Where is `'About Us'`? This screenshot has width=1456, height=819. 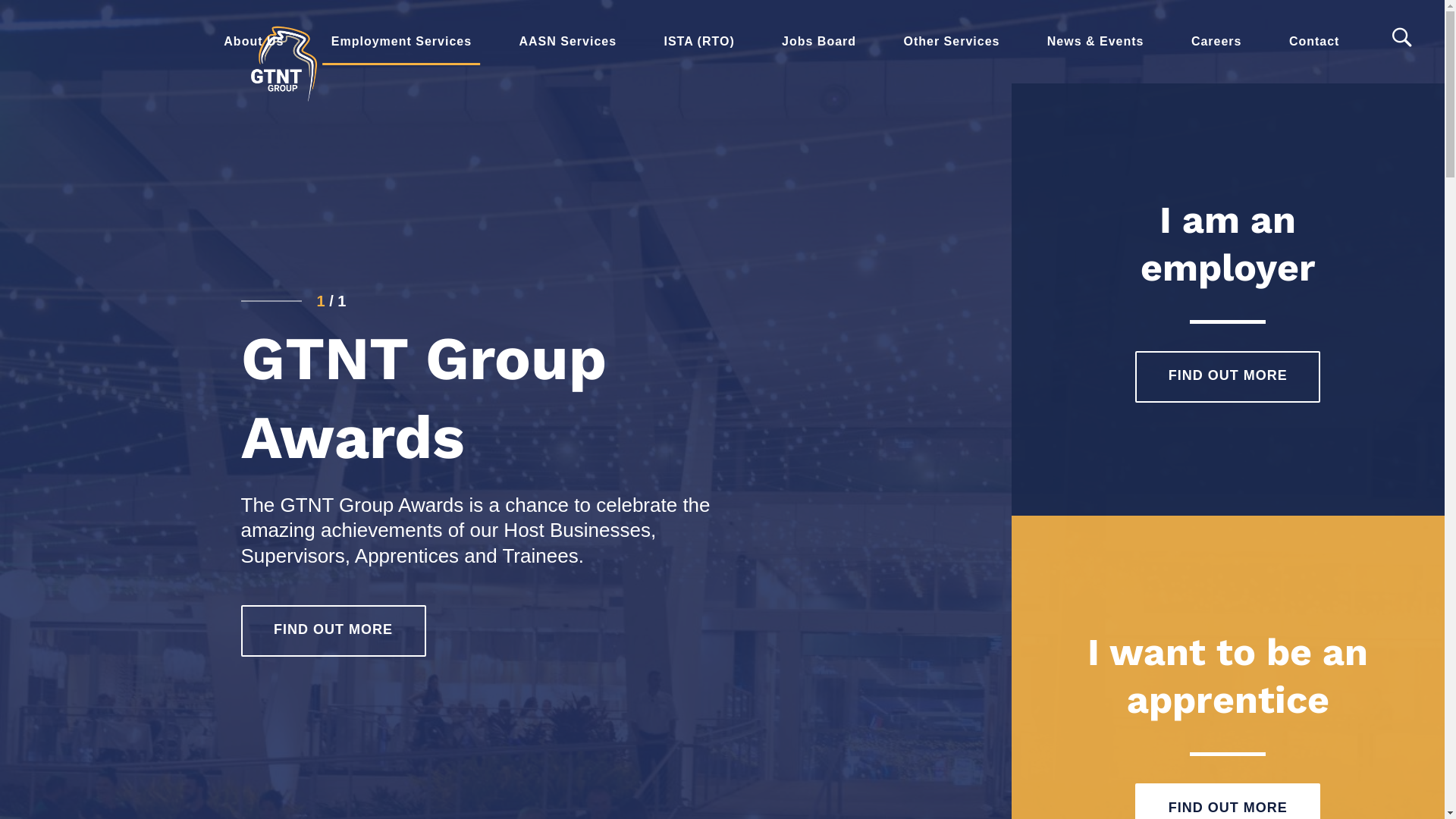
'About Us' is located at coordinates (253, 40).